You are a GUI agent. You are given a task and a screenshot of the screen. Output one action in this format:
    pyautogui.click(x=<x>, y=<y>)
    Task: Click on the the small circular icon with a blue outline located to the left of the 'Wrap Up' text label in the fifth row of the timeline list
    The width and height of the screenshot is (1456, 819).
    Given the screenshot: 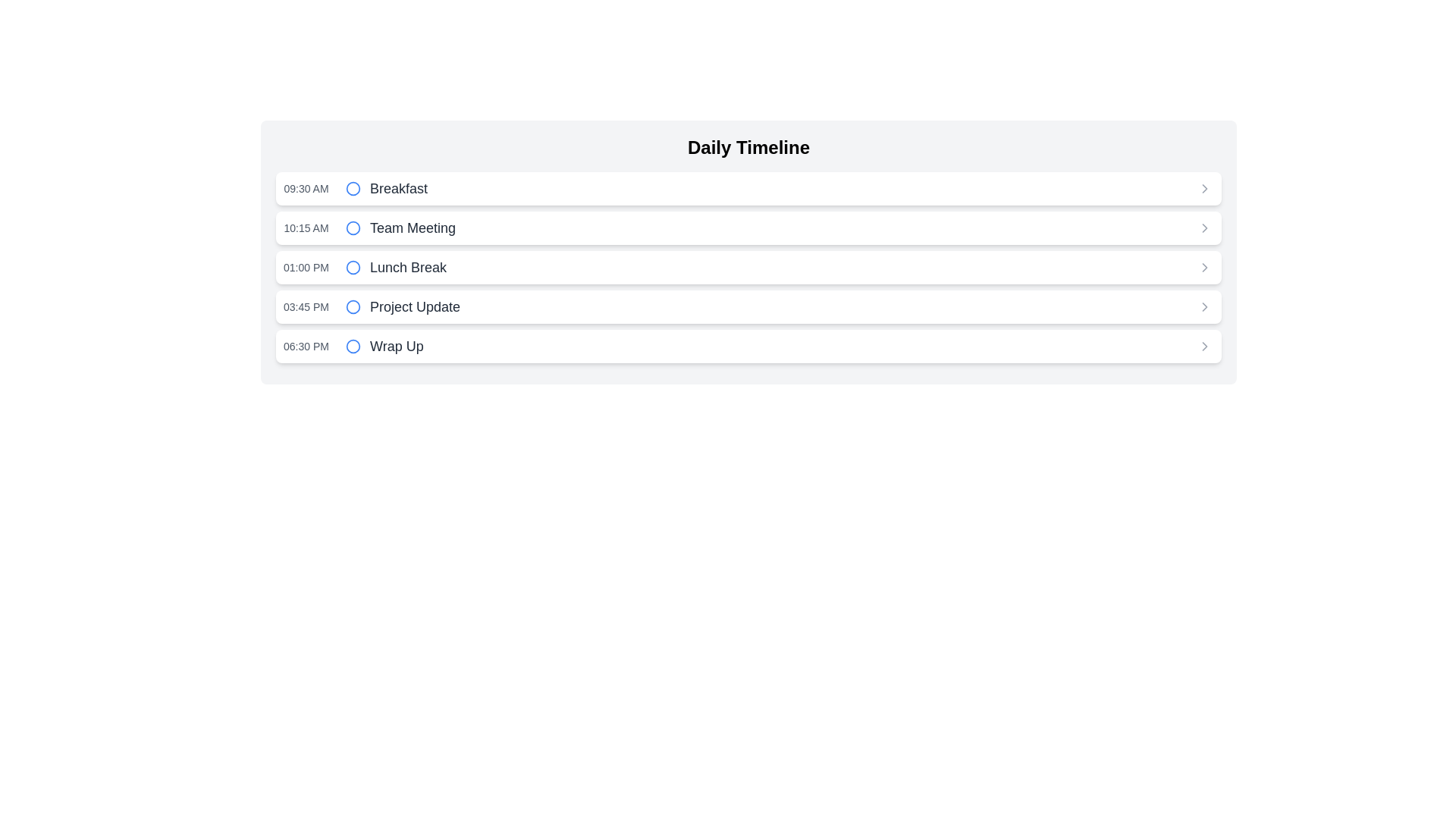 What is the action you would take?
    pyautogui.click(x=352, y=346)
    